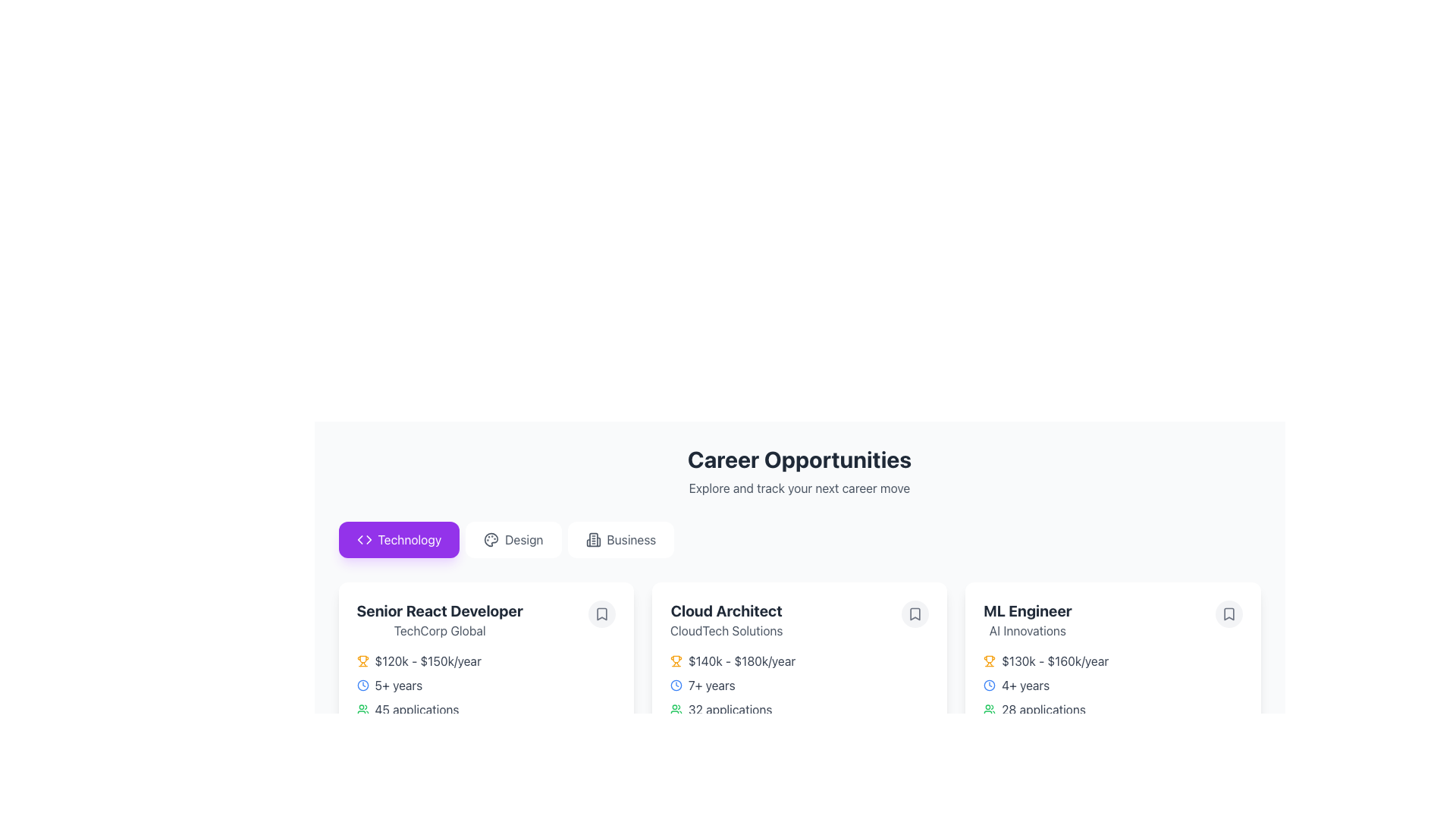 The image size is (1456, 819). I want to click on the 'Business' category icon located below the 'Career Opportunities' header, which is part of a group labeled 'Business', so click(592, 539).